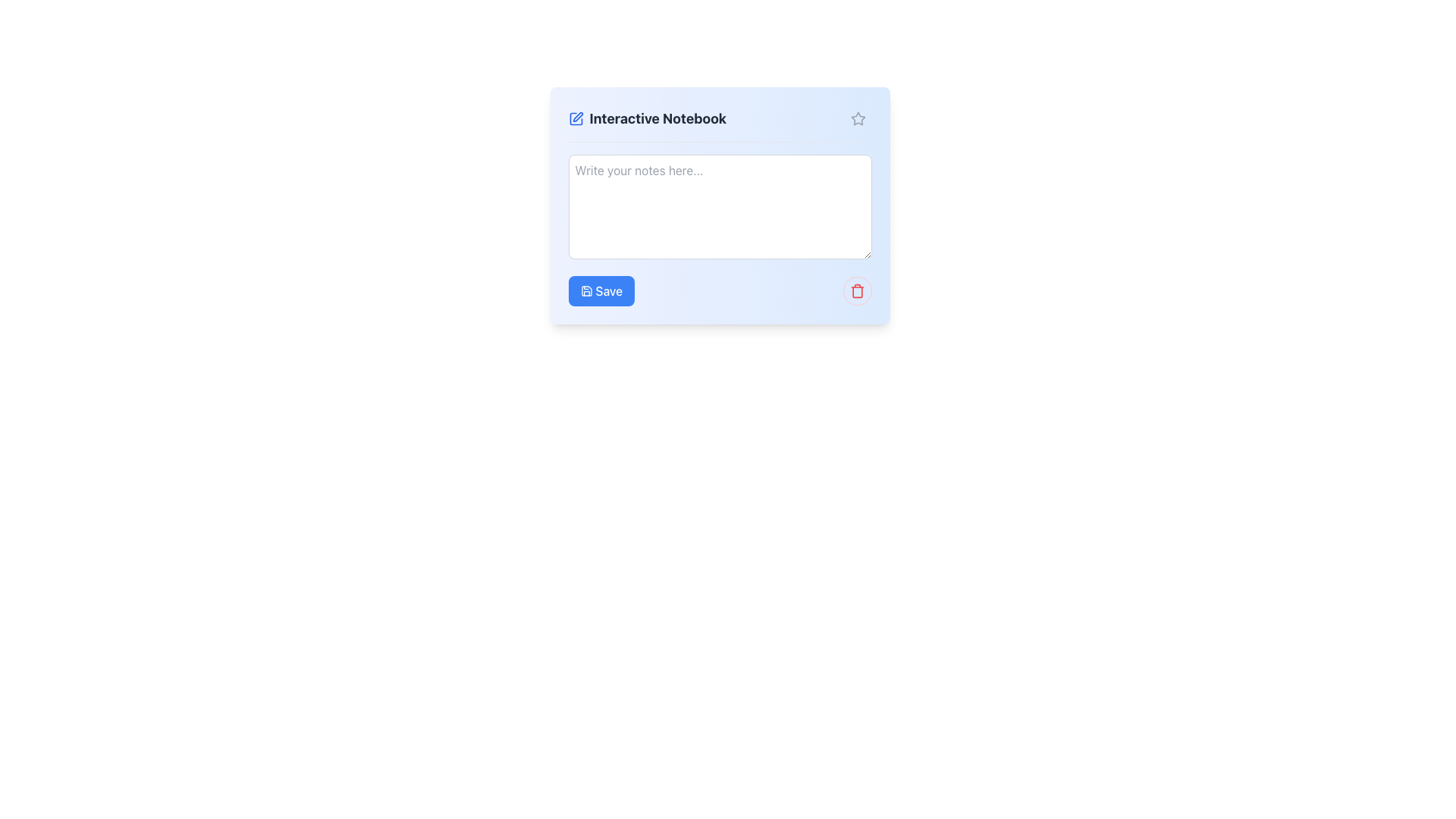 This screenshot has height=819, width=1456. Describe the element at coordinates (719, 207) in the screenshot. I see `the multi-line text input field located centrally within the card UI component, below the 'Interactive Notebook' title, to begin entering text` at that location.